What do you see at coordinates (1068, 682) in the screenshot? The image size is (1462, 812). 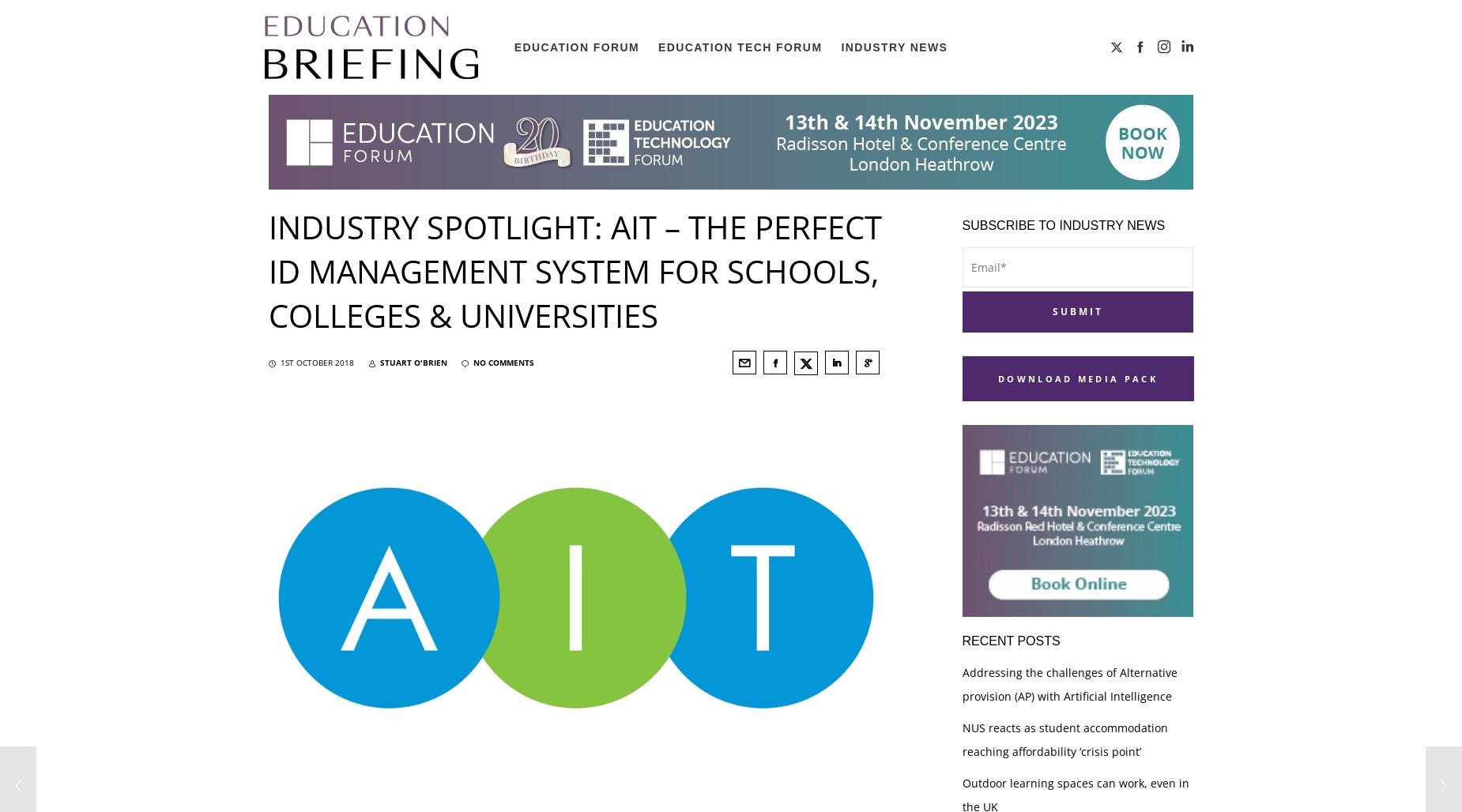 I see `'Addressing the challenges of Alternative provision (AP) with Artificial Intelligence'` at bounding box center [1068, 682].